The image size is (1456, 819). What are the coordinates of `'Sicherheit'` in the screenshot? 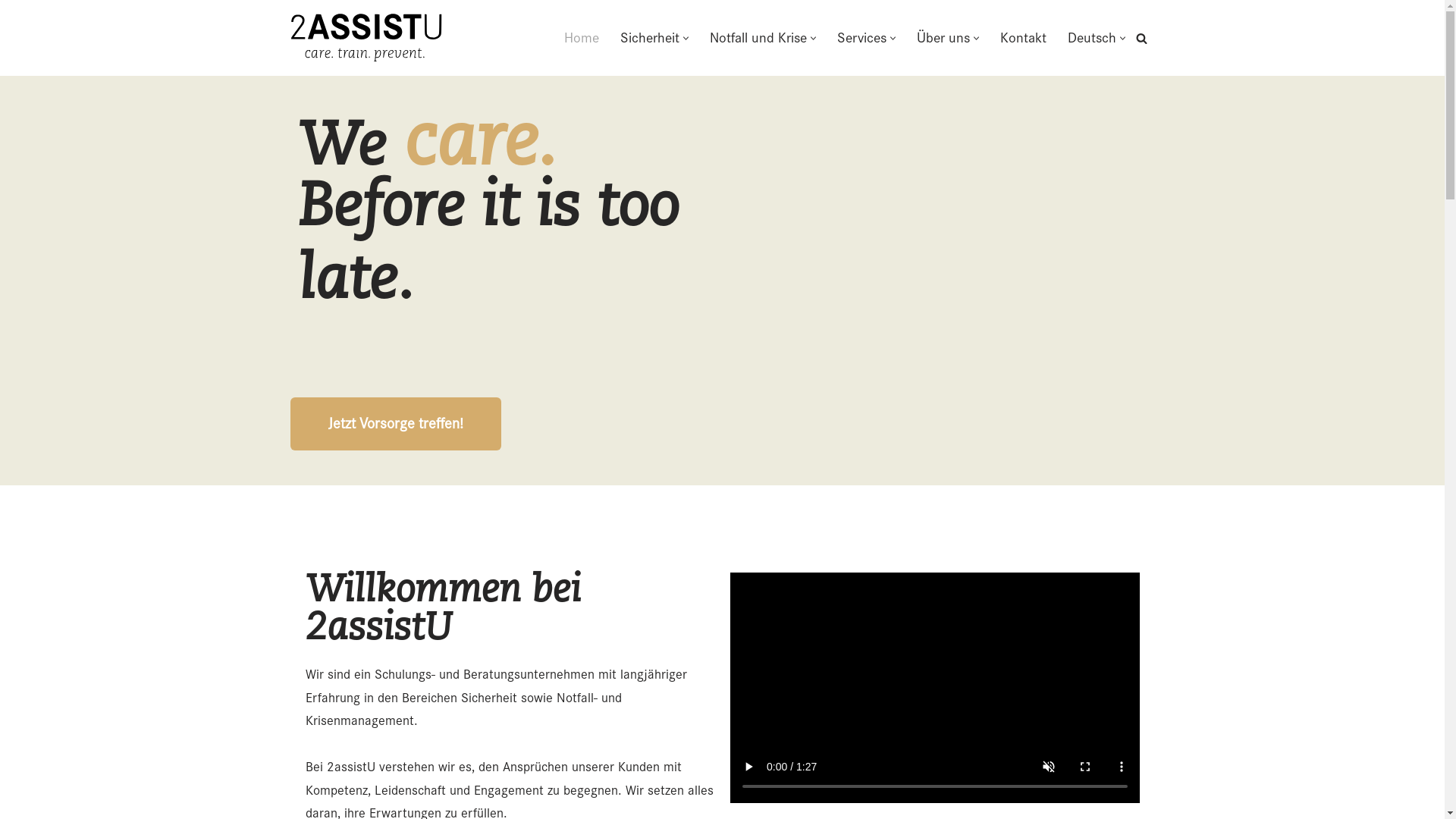 It's located at (650, 36).